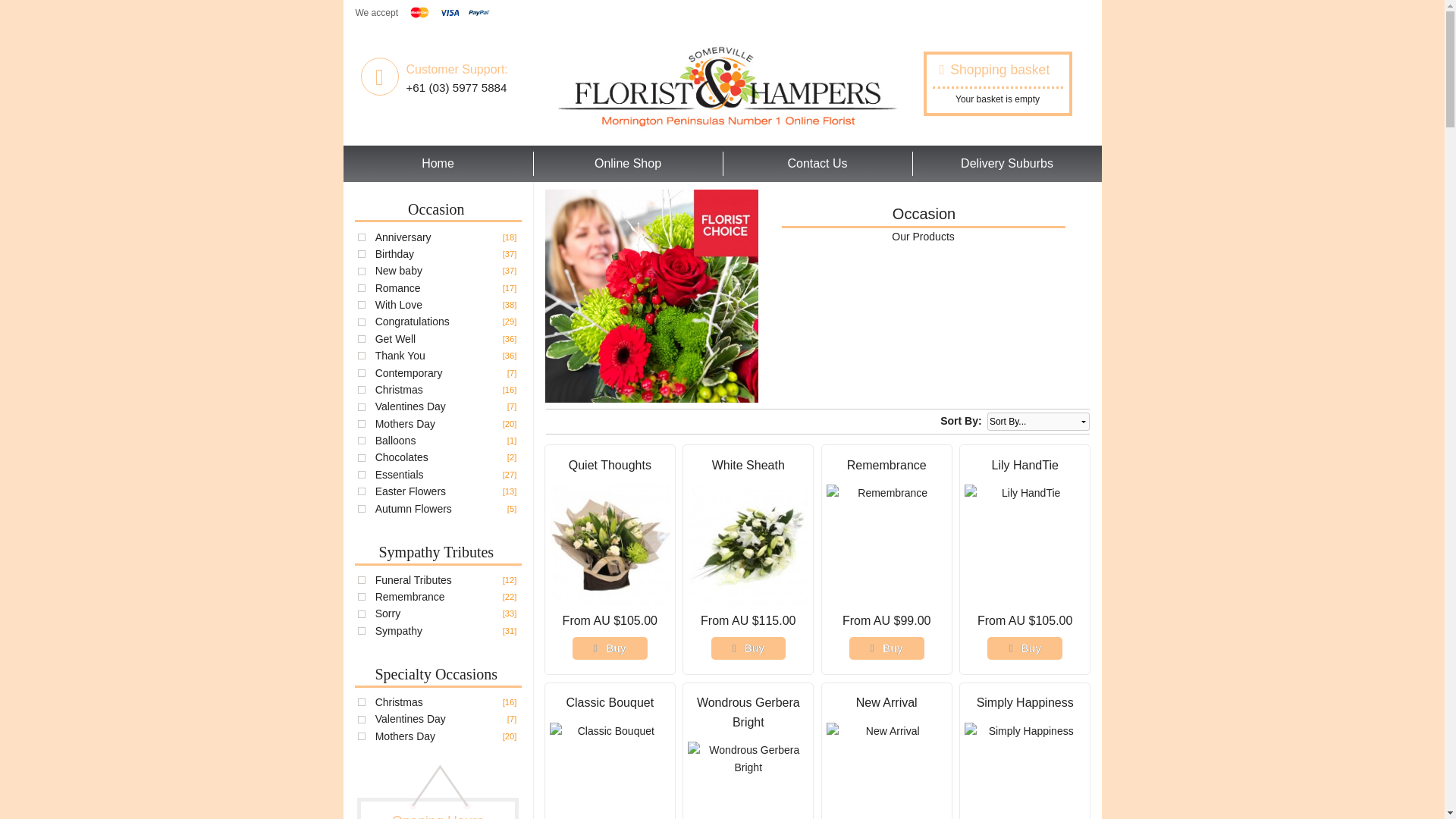  What do you see at coordinates (375, 288) in the screenshot?
I see `'Romance` at bounding box center [375, 288].